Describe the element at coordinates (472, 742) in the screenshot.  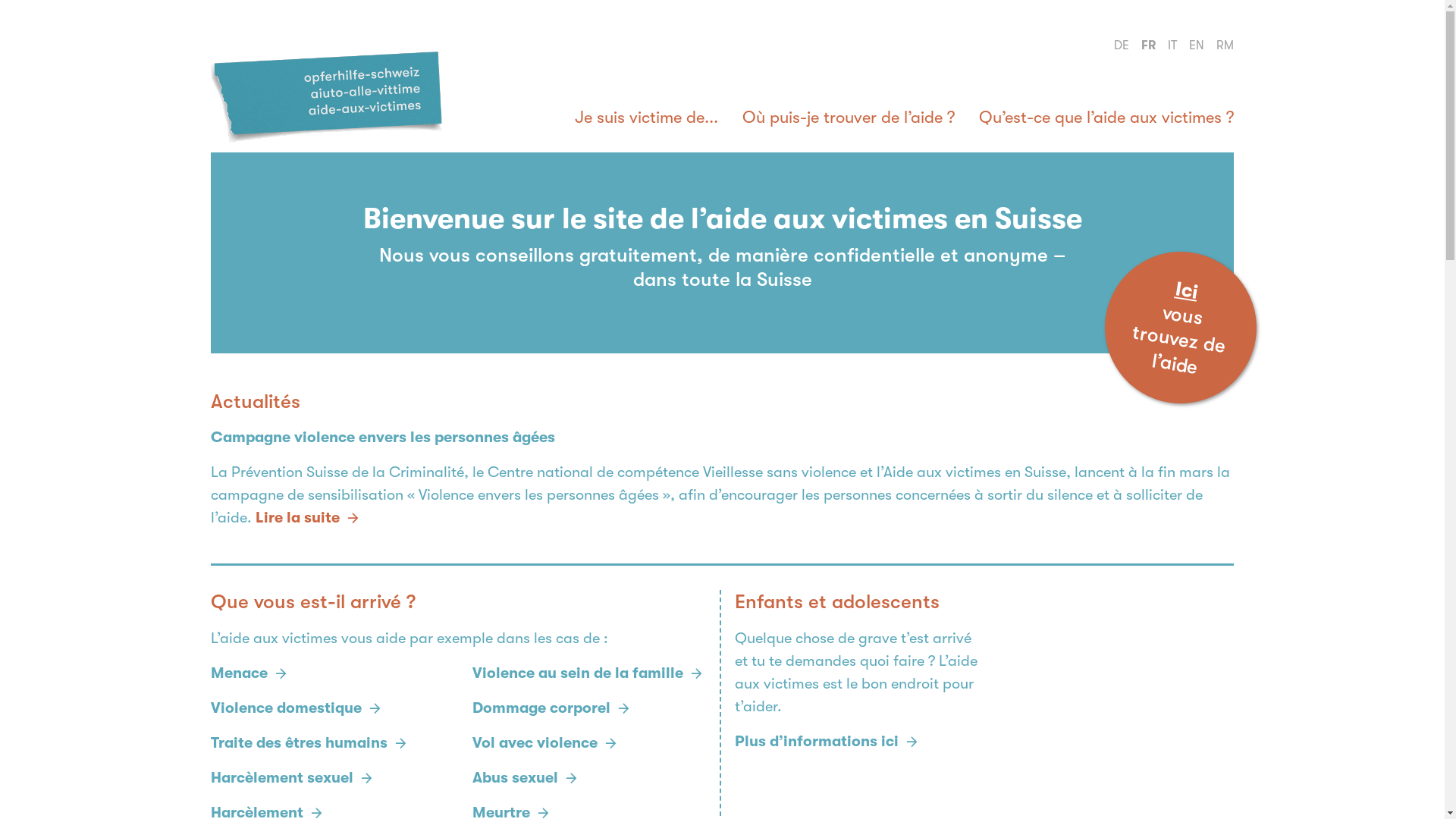
I see `'Vol avec violence'` at that location.